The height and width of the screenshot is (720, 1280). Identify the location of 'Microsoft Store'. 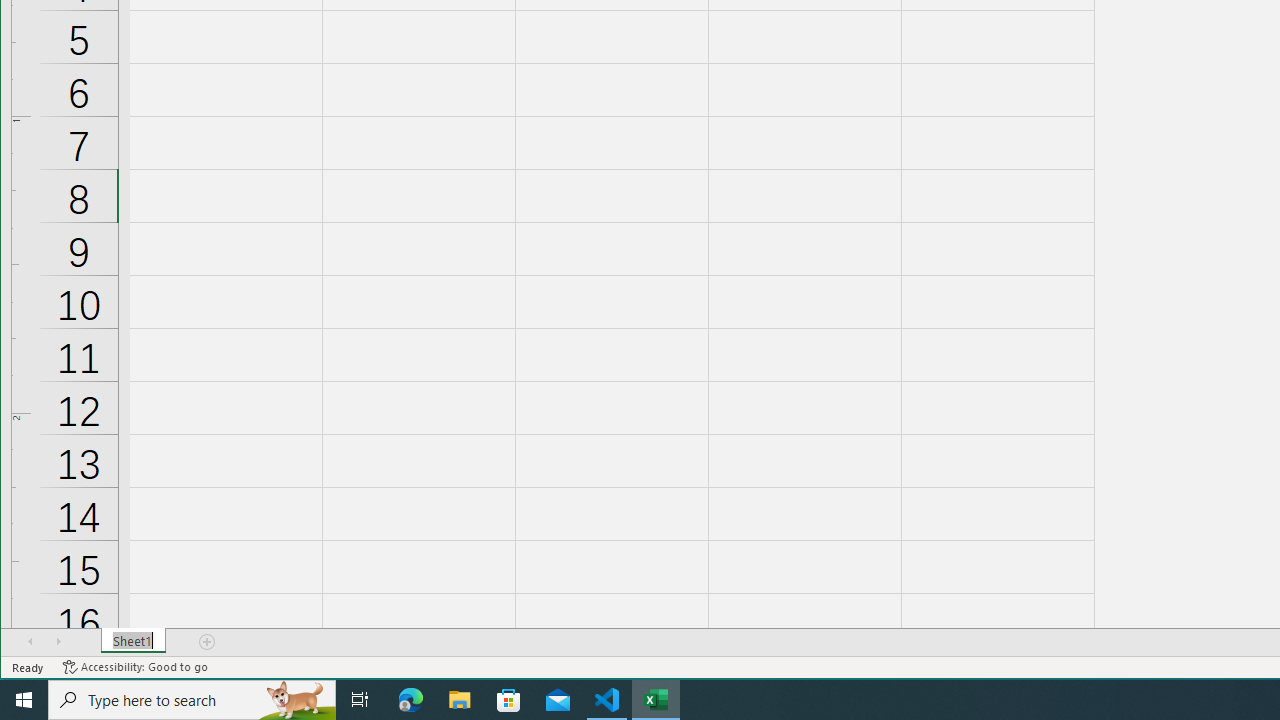
(509, 698).